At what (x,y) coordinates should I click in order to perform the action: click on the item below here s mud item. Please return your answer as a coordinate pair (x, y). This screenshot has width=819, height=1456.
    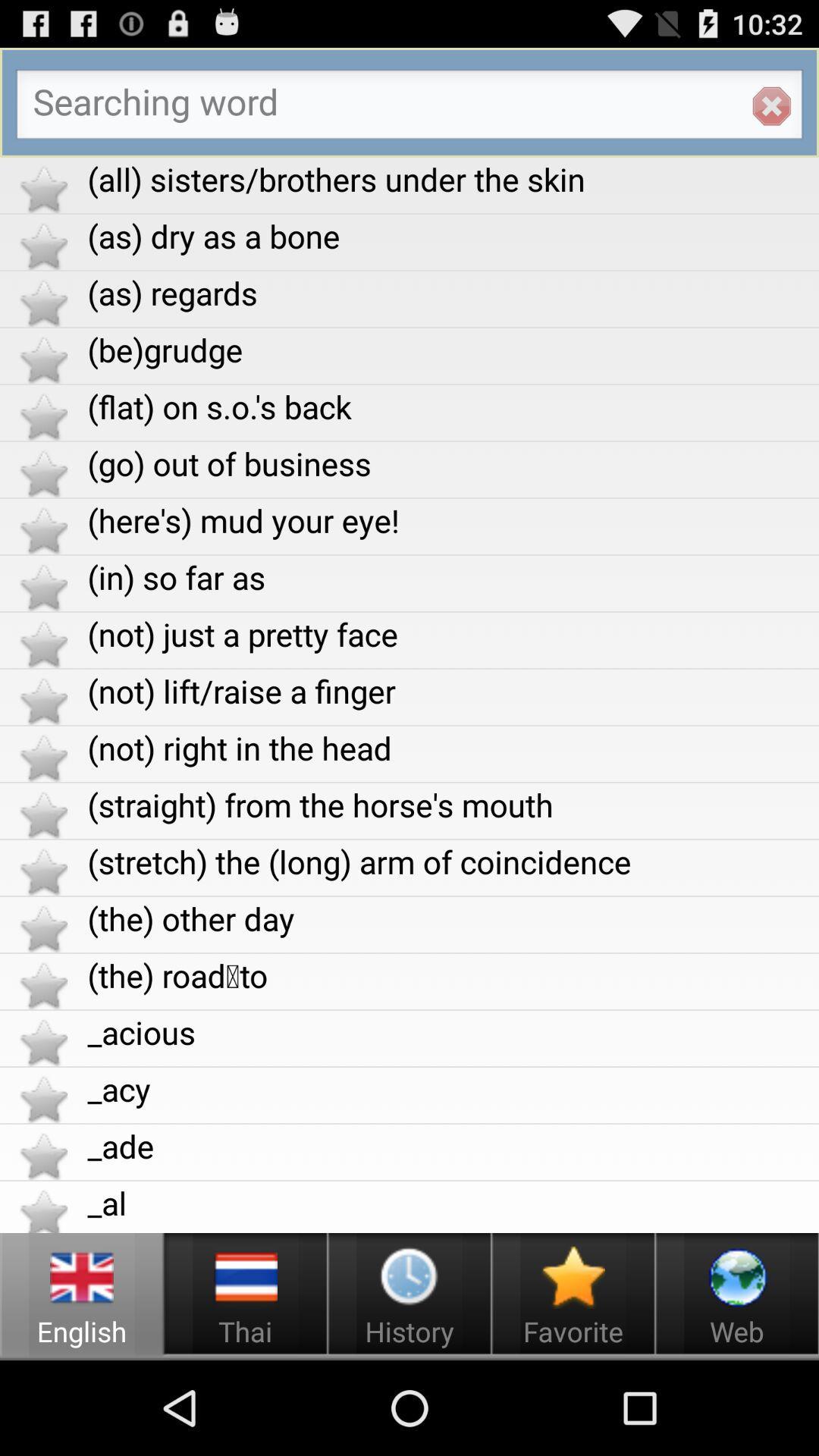
    Looking at the image, I should click on (452, 576).